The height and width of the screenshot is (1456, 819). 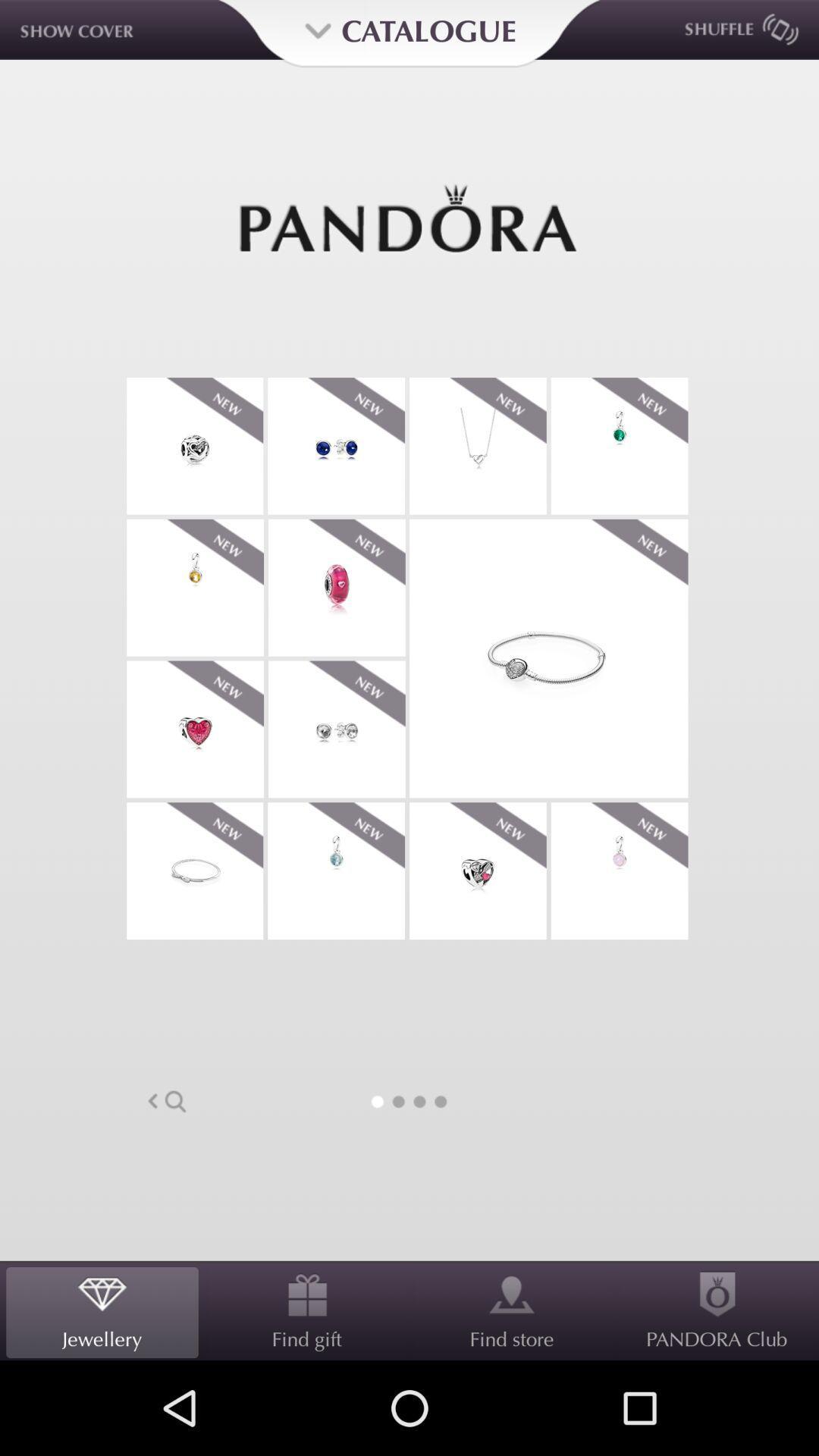 What do you see at coordinates (478, 476) in the screenshot?
I see `the star icon` at bounding box center [478, 476].